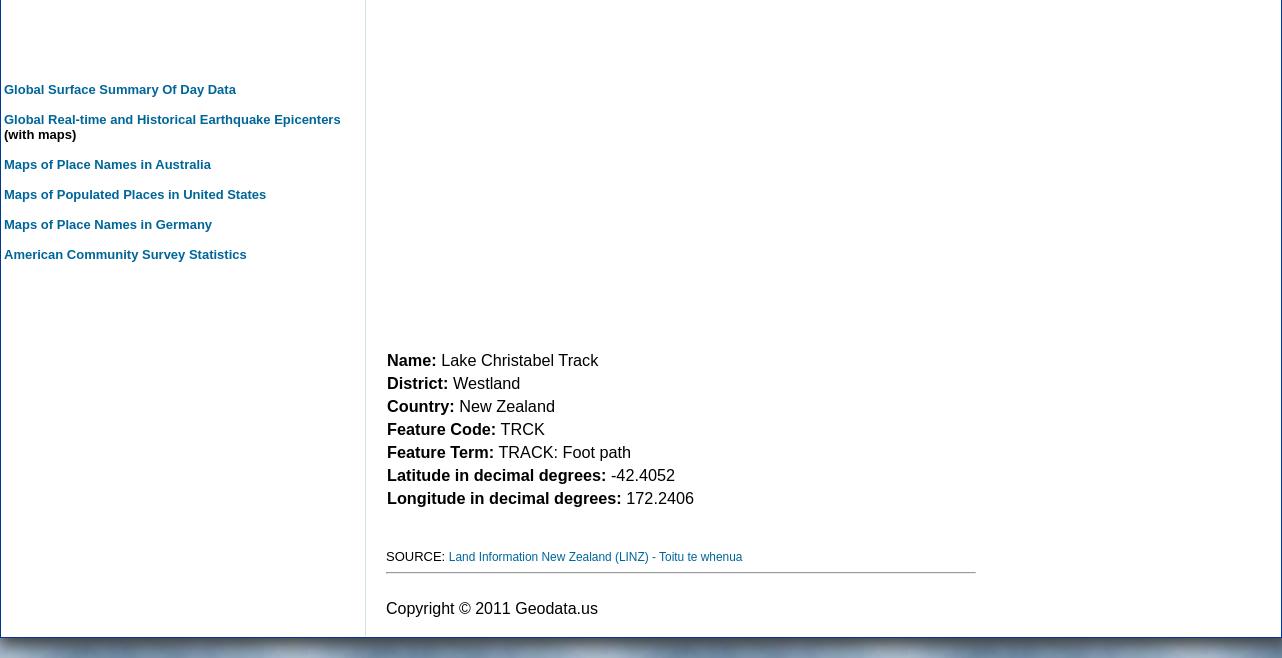 This screenshot has height=658, width=1282. I want to click on '(with maps)', so click(39, 133).